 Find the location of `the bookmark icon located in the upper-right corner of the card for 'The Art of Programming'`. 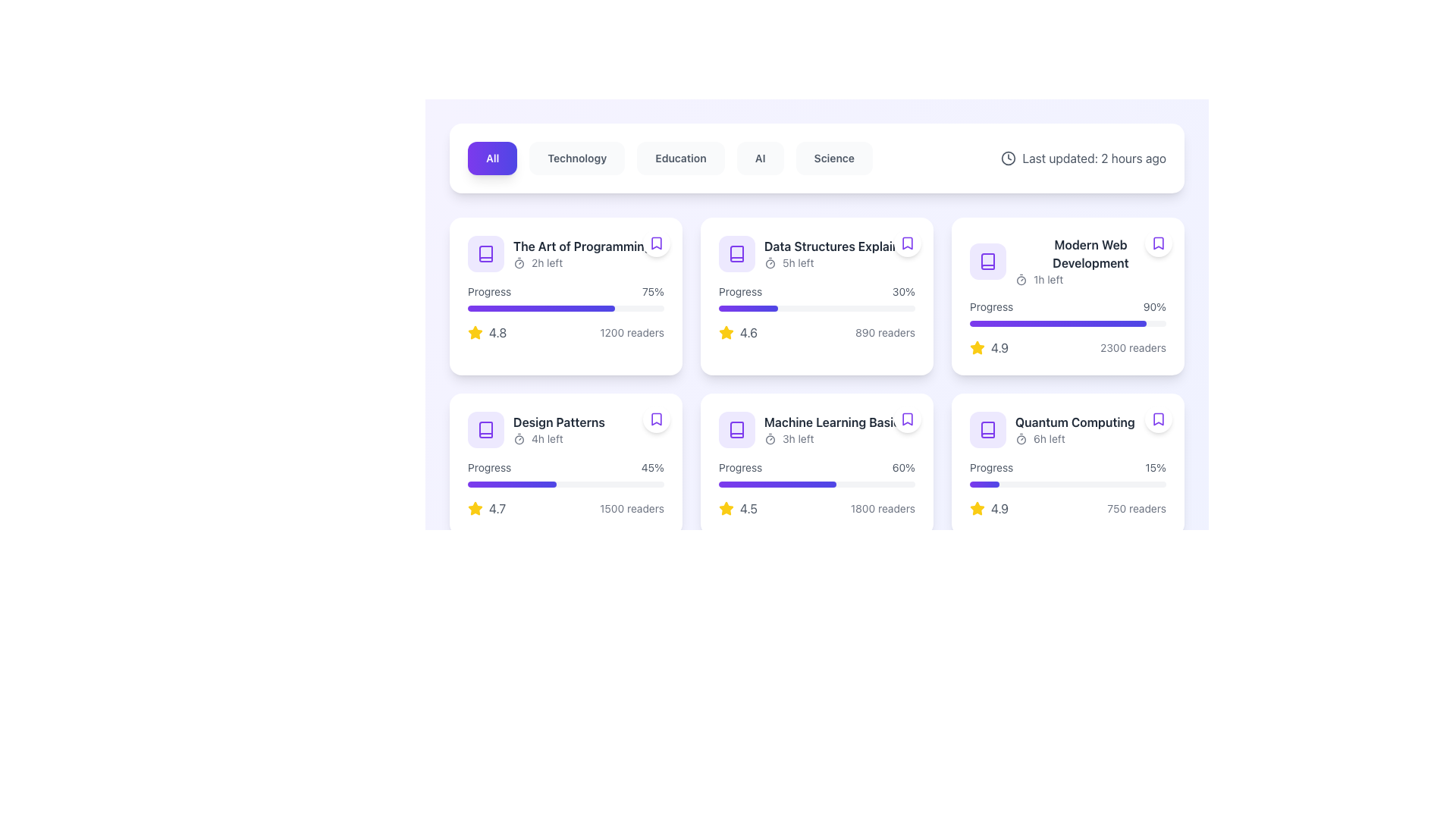

the bookmark icon located in the upper-right corner of the card for 'The Art of Programming' is located at coordinates (656, 242).